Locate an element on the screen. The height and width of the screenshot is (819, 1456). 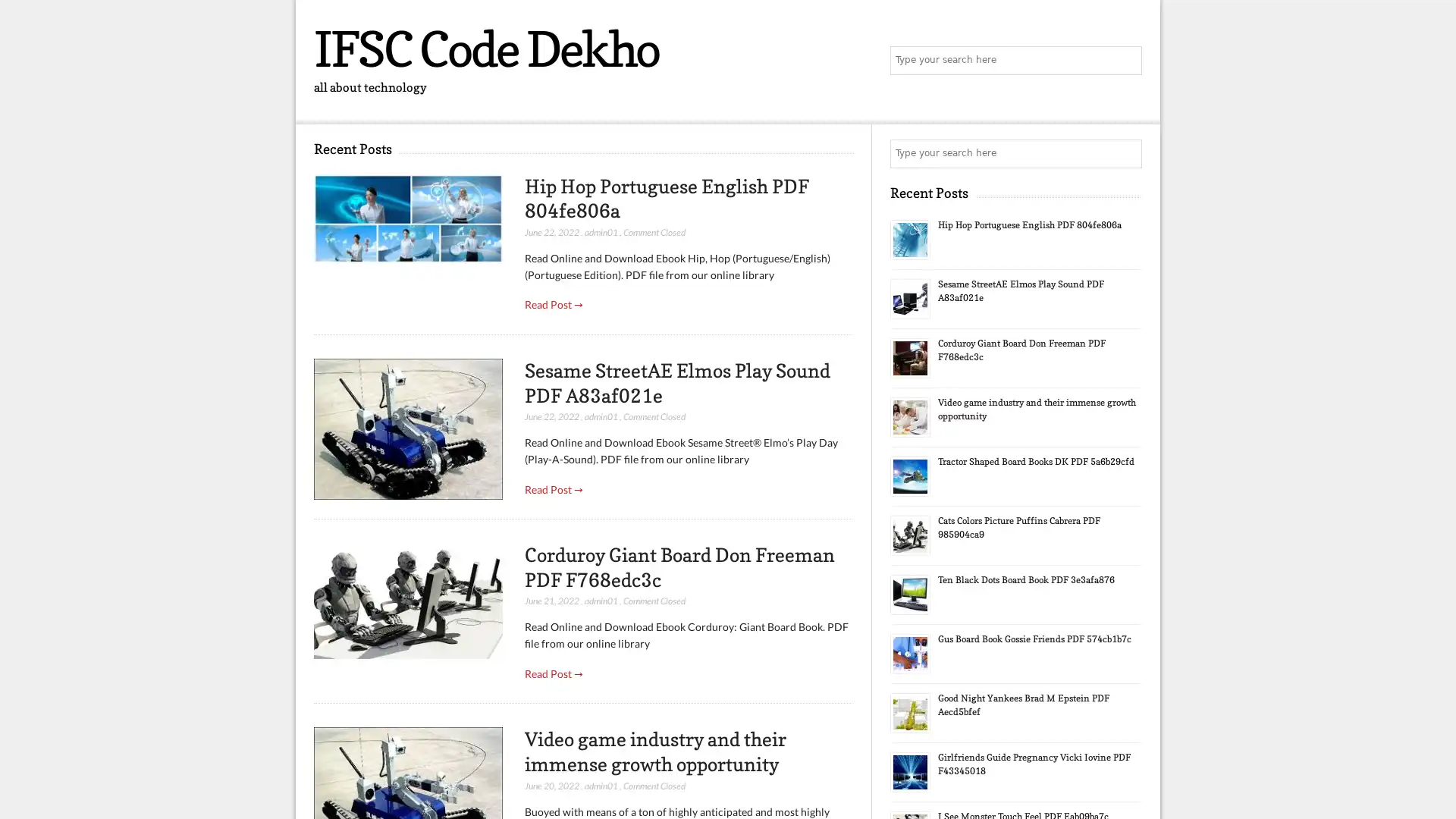
Search is located at coordinates (1126, 61).